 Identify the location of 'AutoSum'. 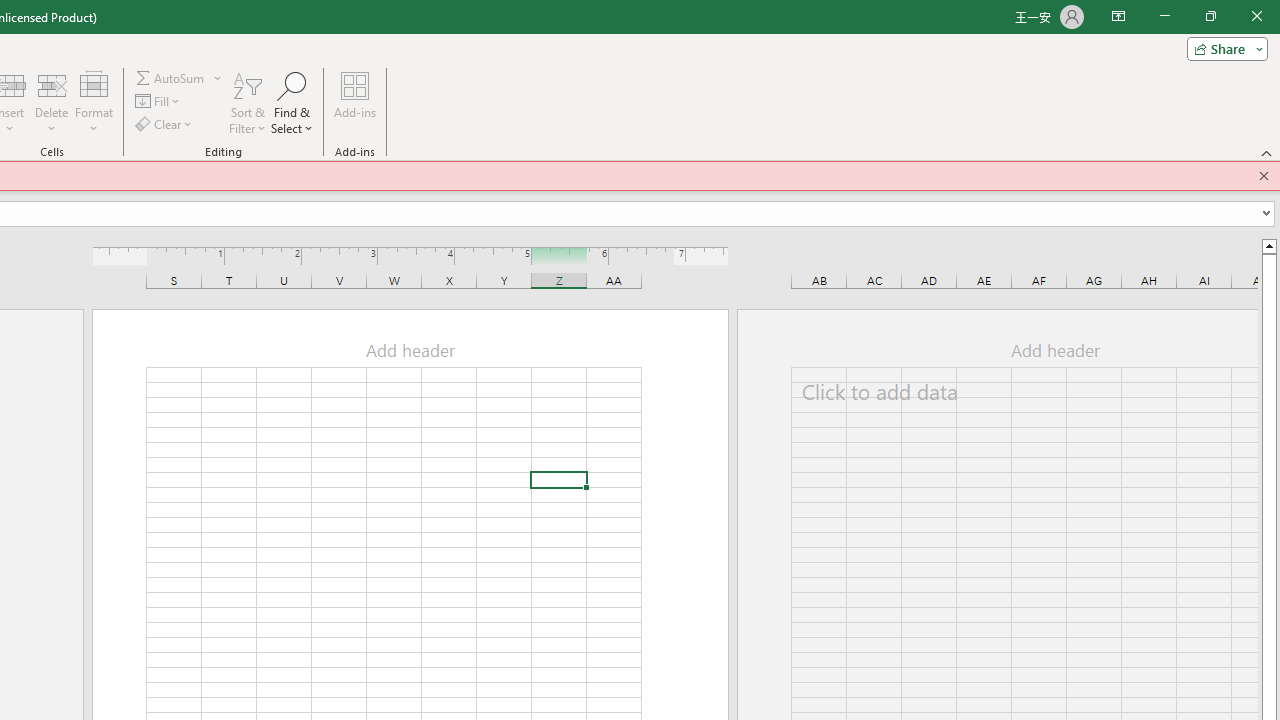
(179, 77).